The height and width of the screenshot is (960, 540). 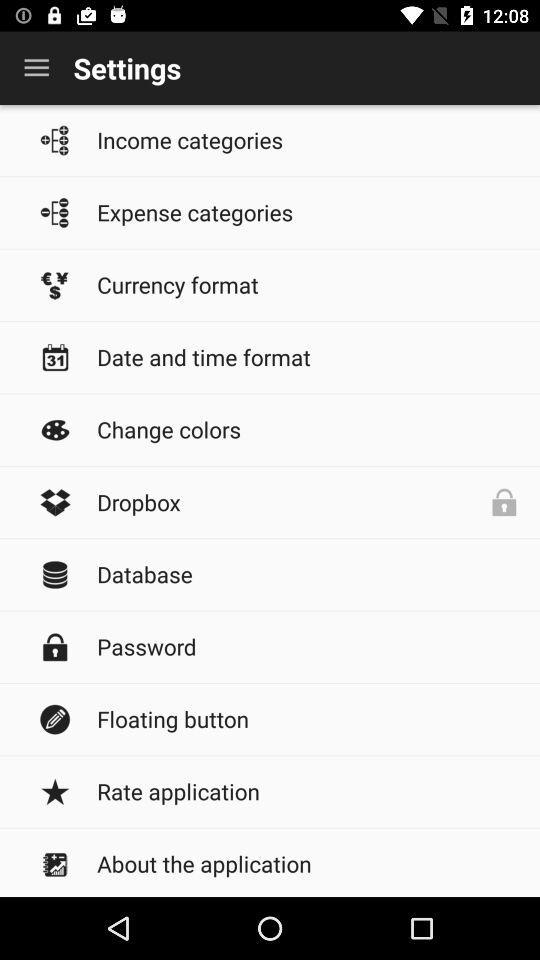 What do you see at coordinates (308, 429) in the screenshot?
I see `the icon below date and time icon` at bounding box center [308, 429].